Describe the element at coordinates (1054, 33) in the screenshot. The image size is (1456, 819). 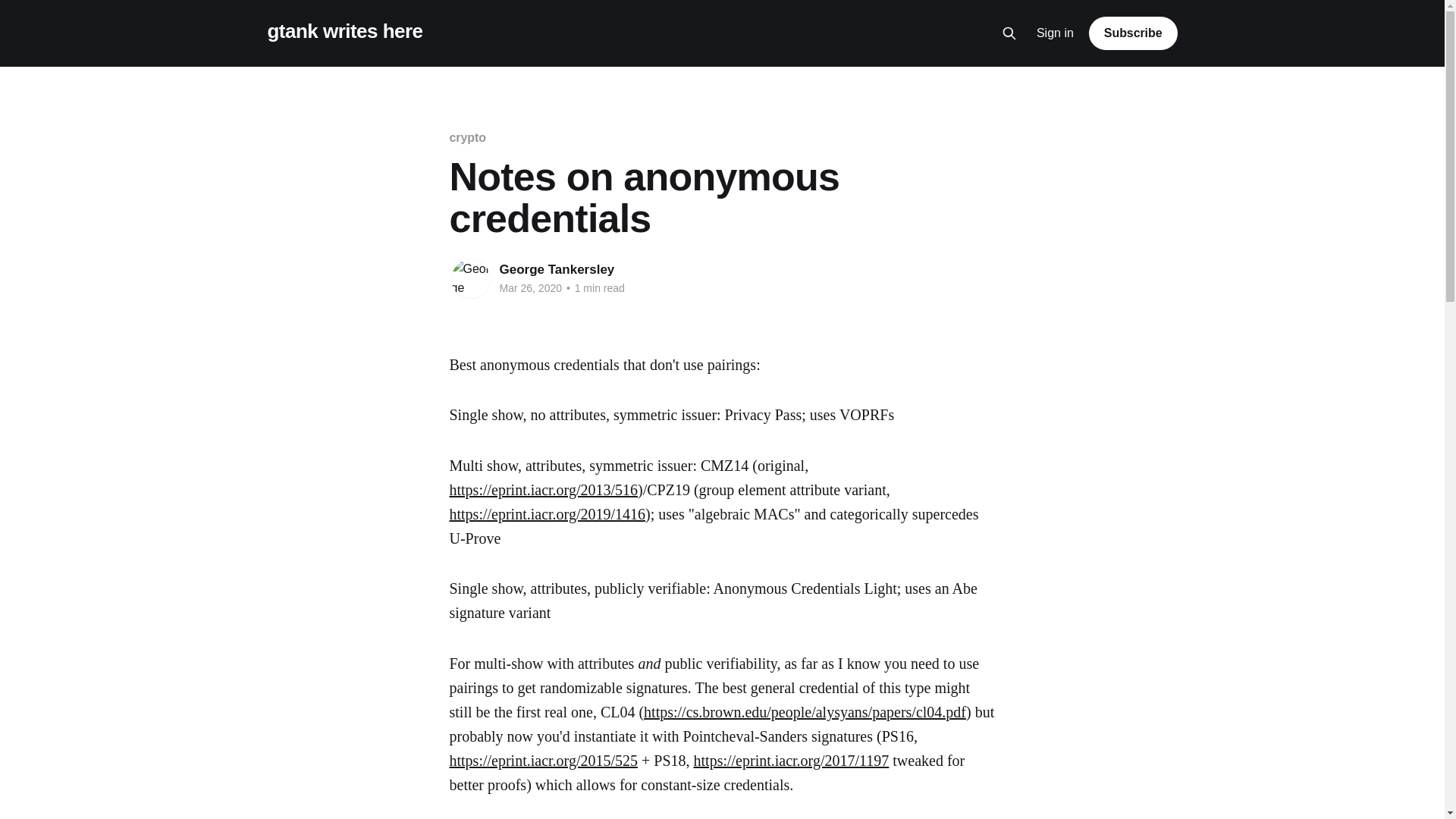
I see `'Sign in'` at that location.